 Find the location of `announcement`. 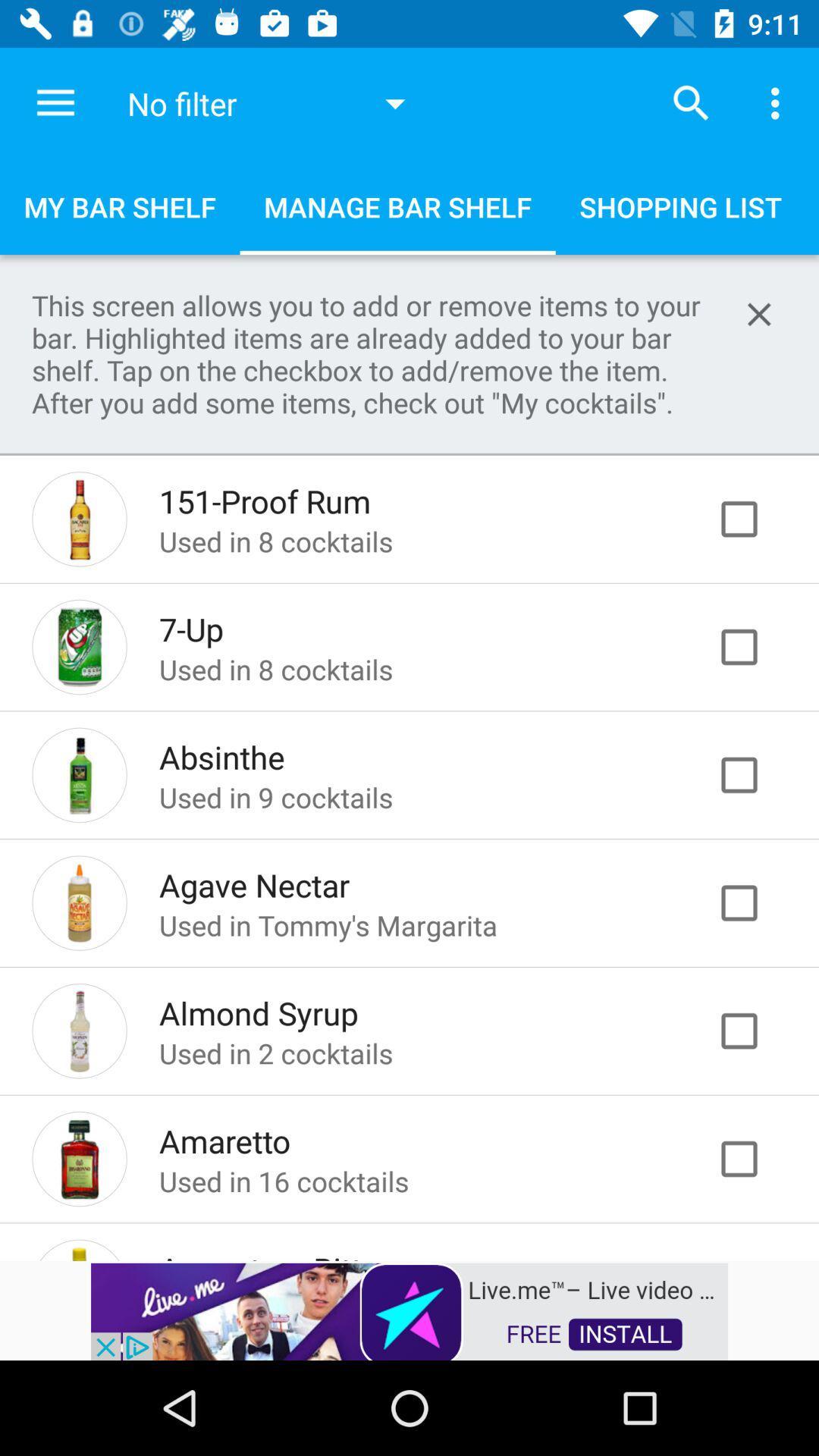

announcement is located at coordinates (759, 313).